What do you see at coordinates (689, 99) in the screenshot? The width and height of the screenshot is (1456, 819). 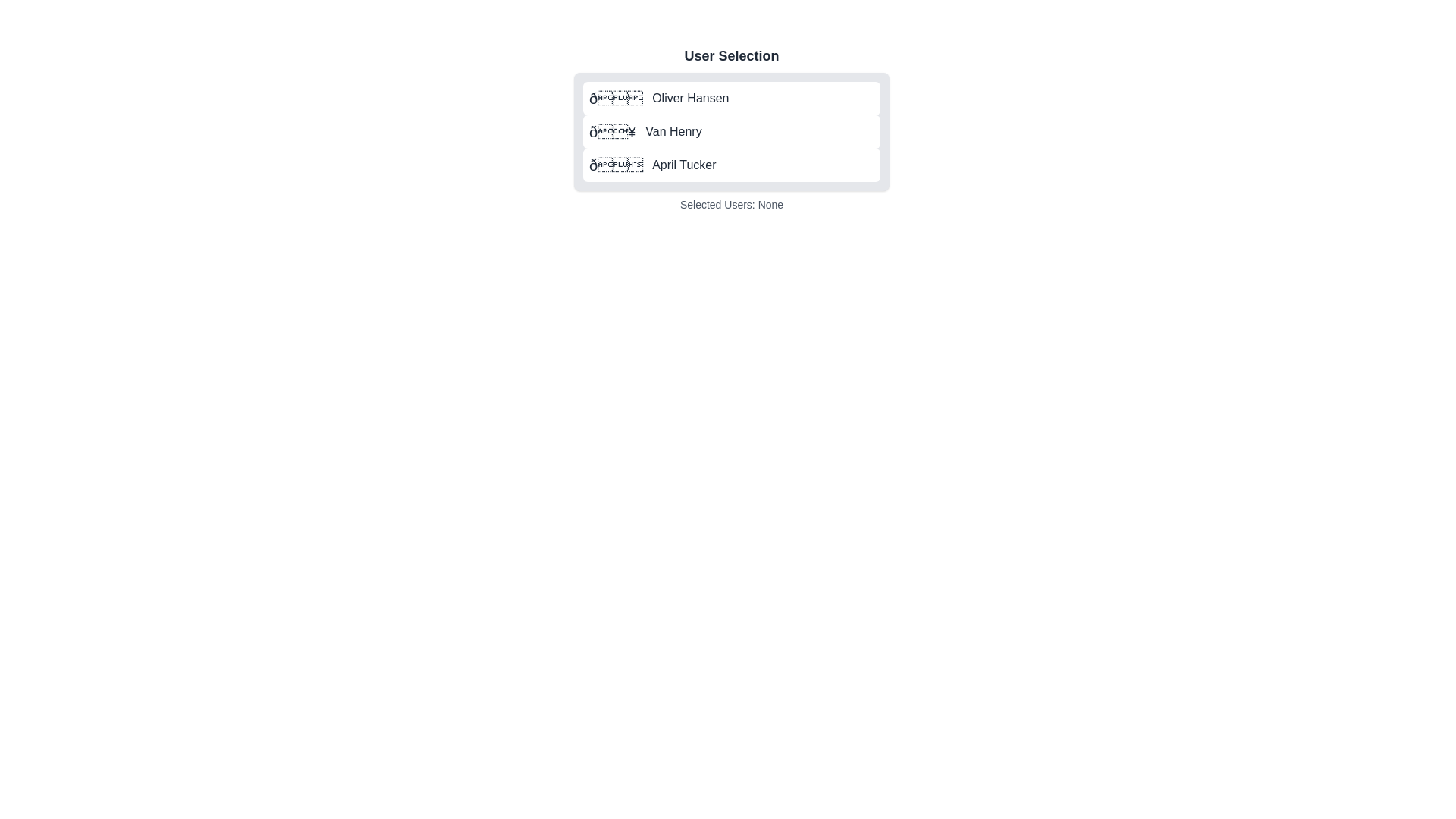 I see `the static text label displaying 'Oliver Hansen', which is positioned adjacent to an emoji-like symbol in the 'User Selection' list` at bounding box center [689, 99].